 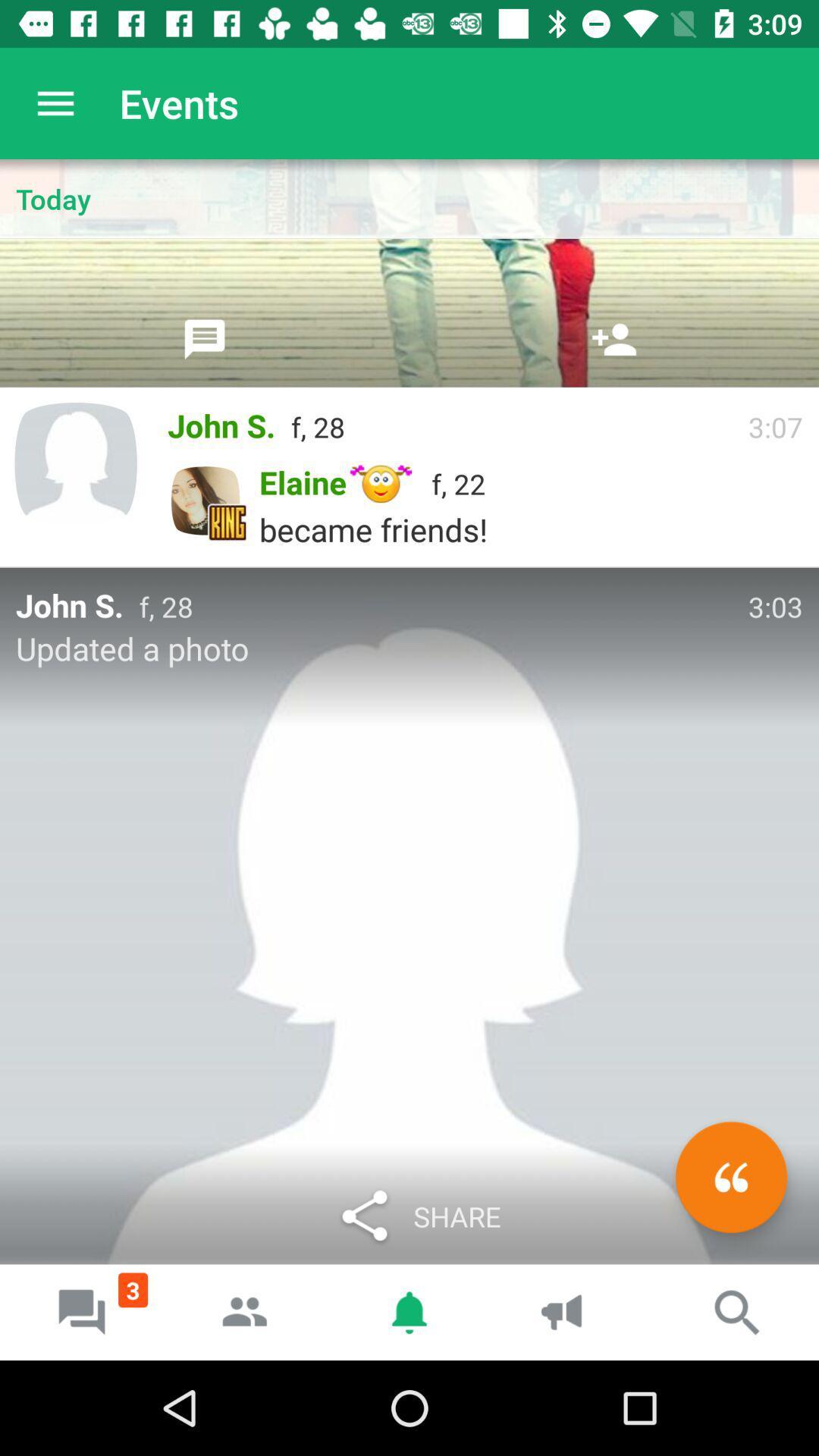 What do you see at coordinates (730, 1176) in the screenshot?
I see `the icon to the right of share` at bounding box center [730, 1176].